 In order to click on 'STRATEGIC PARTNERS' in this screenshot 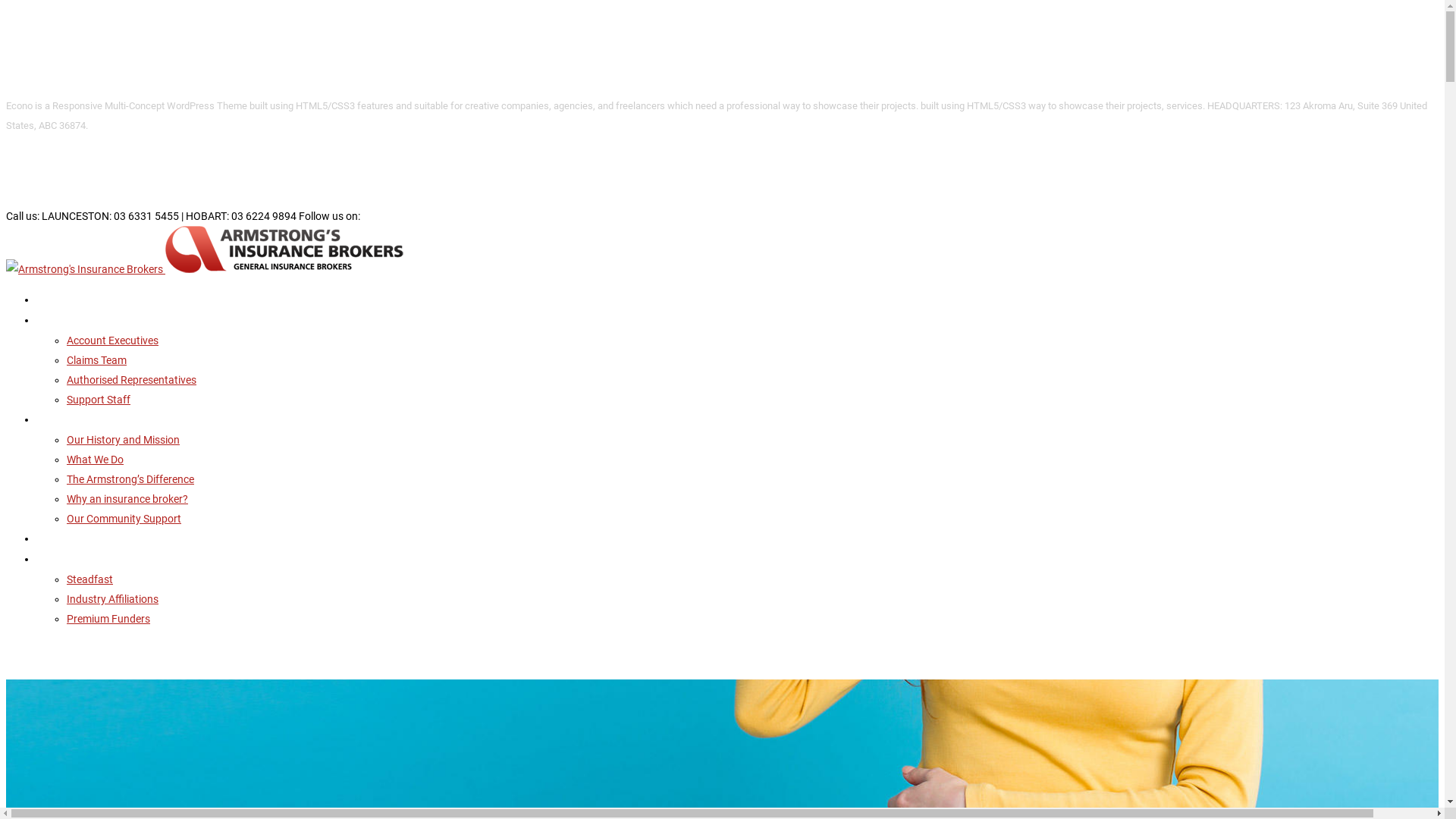, I will do `click(86, 559)`.